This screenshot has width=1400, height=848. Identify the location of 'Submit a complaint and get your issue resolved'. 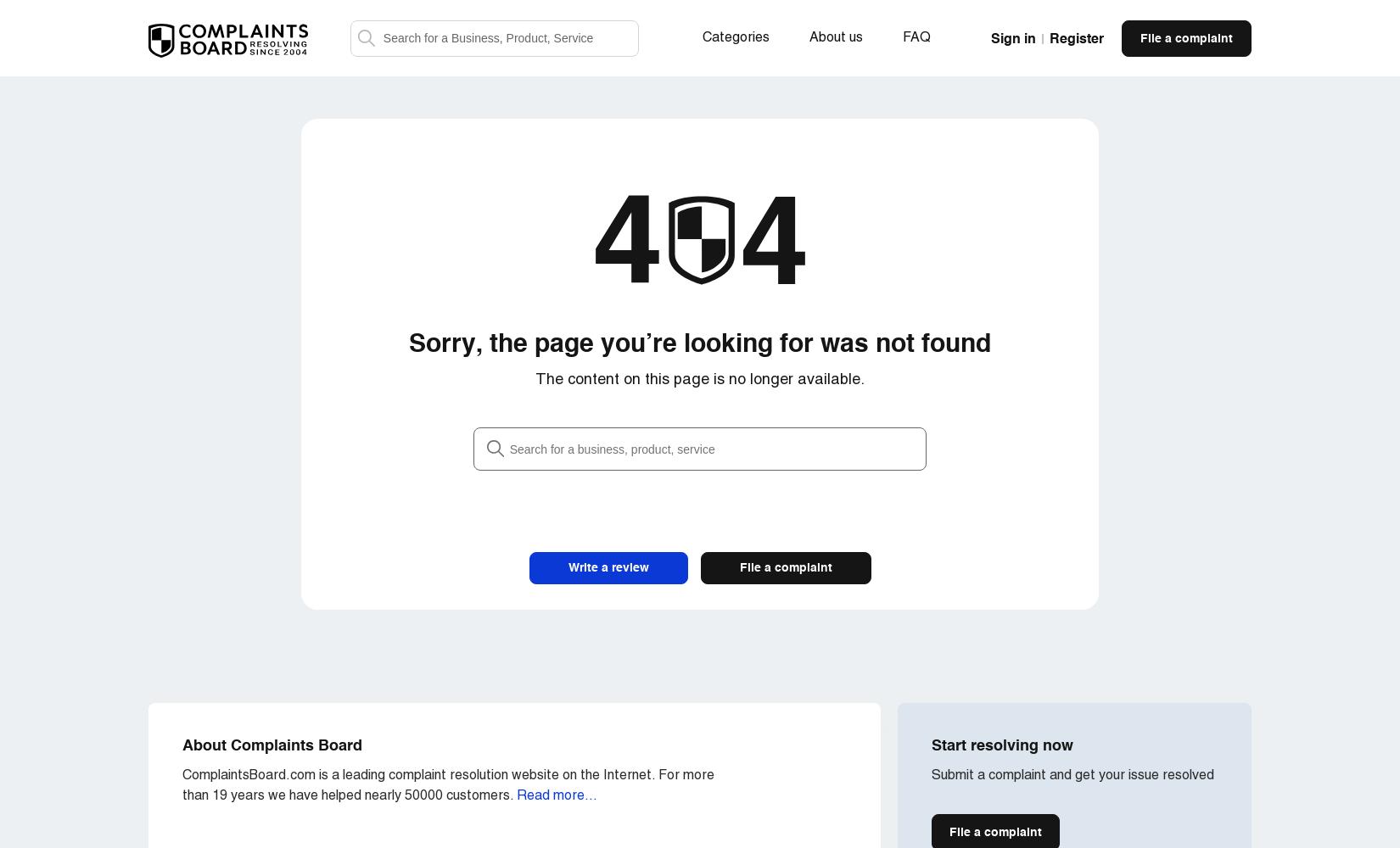
(1072, 776).